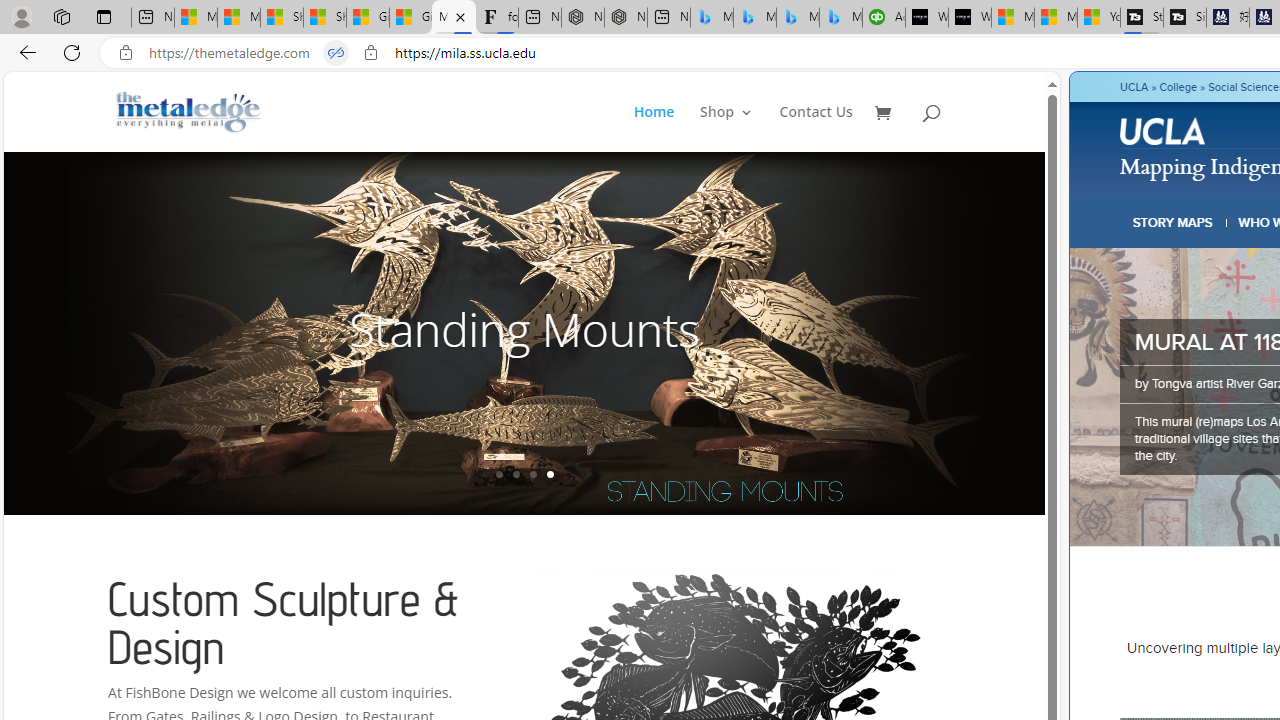  What do you see at coordinates (1173, 222) in the screenshot?
I see `'STORY MAPS'` at bounding box center [1173, 222].